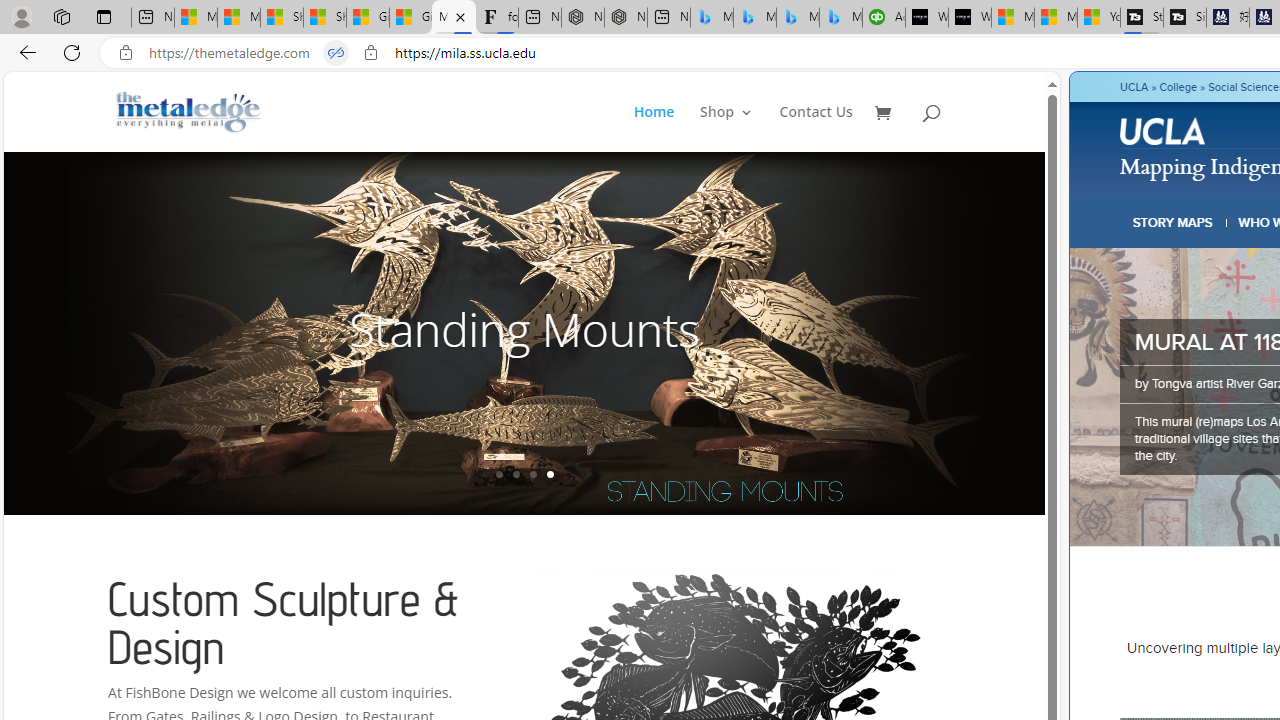  What do you see at coordinates (1173, 222) in the screenshot?
I see `'STORY MAPS'` at bounding box center [1173, 222].